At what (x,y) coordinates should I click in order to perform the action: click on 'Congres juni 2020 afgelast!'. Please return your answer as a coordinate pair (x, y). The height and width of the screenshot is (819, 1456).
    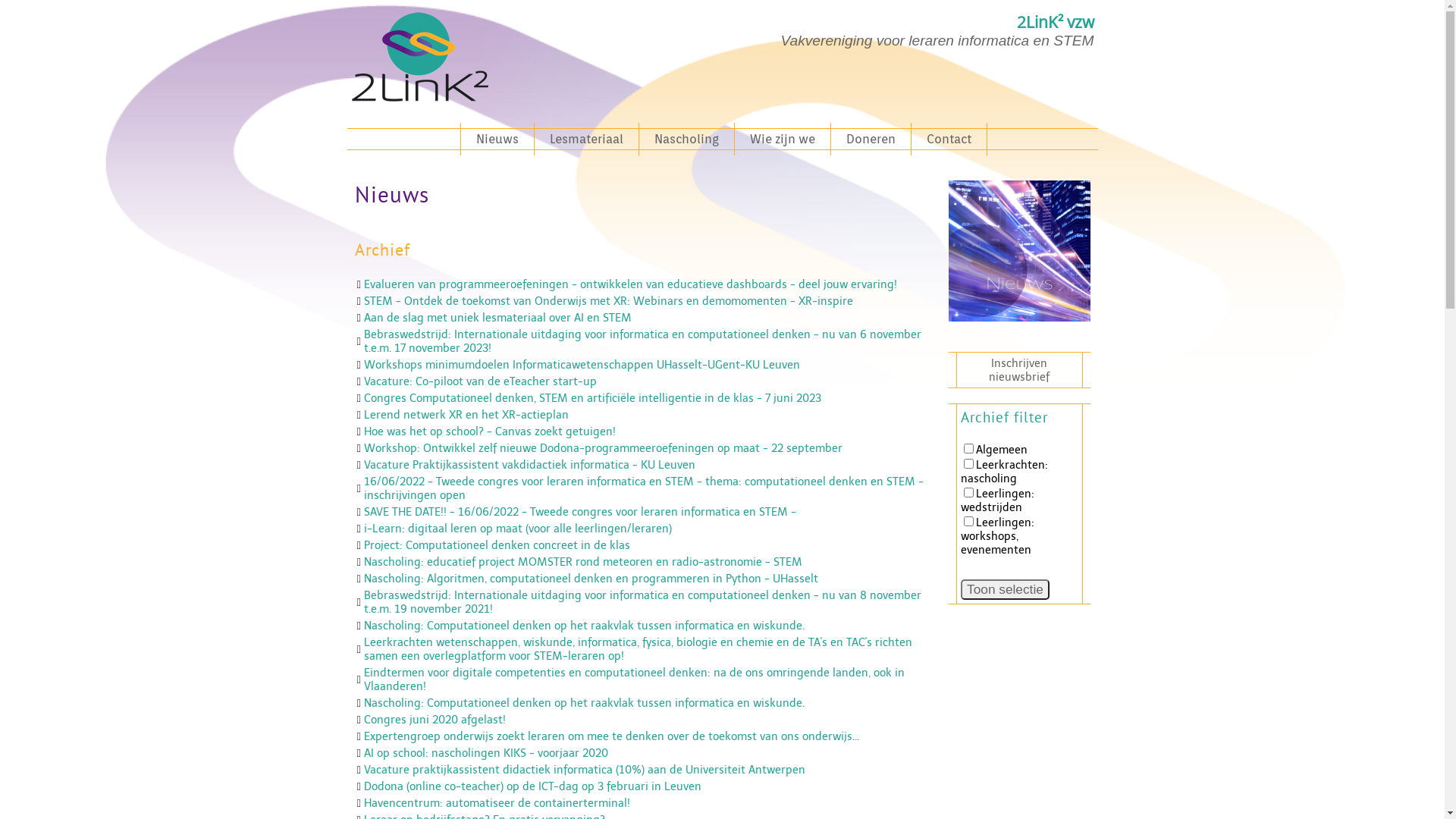
    Looking at the image, I should click on (434, 718).